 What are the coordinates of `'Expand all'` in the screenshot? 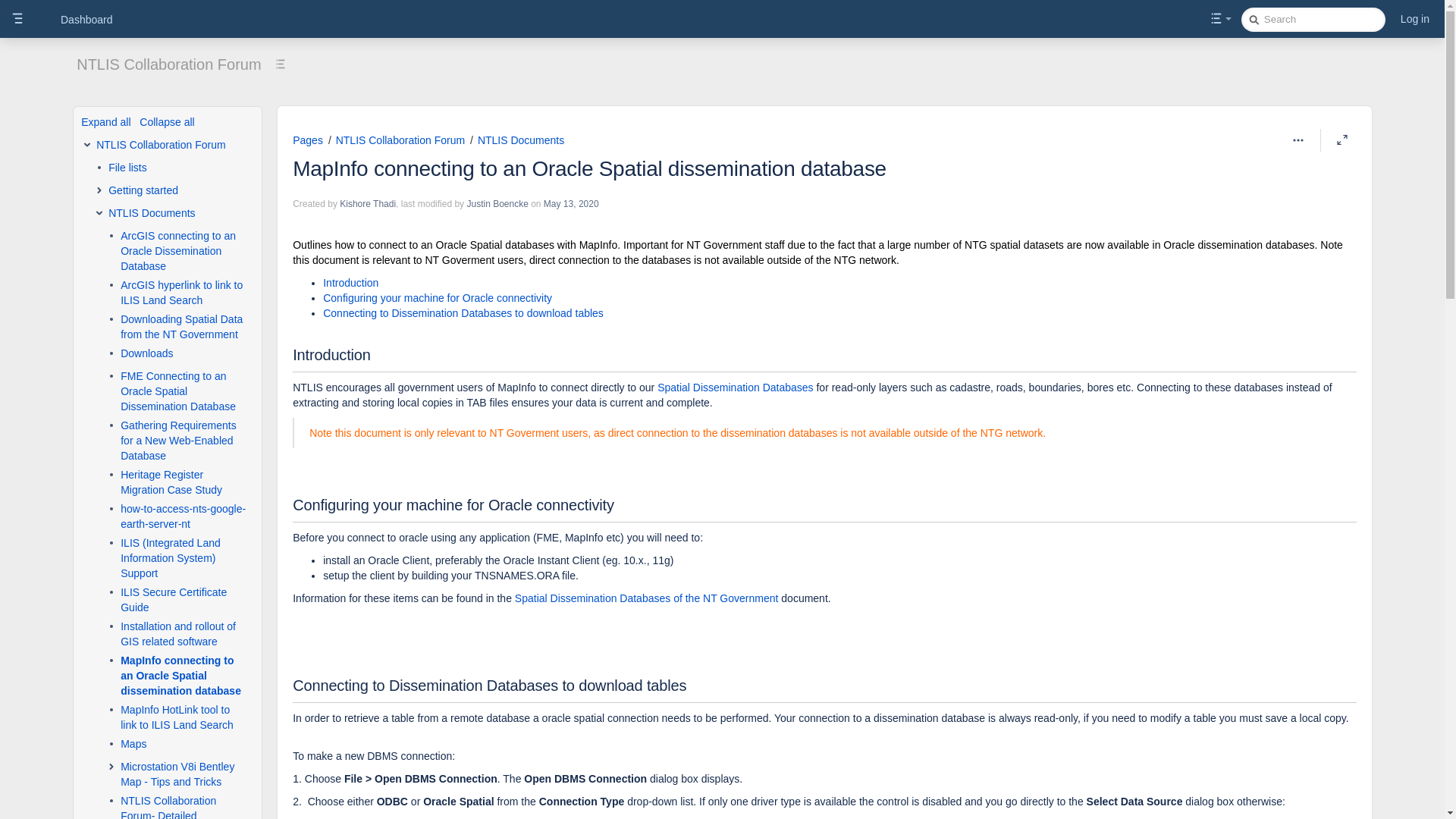 It's located at (105, 121).